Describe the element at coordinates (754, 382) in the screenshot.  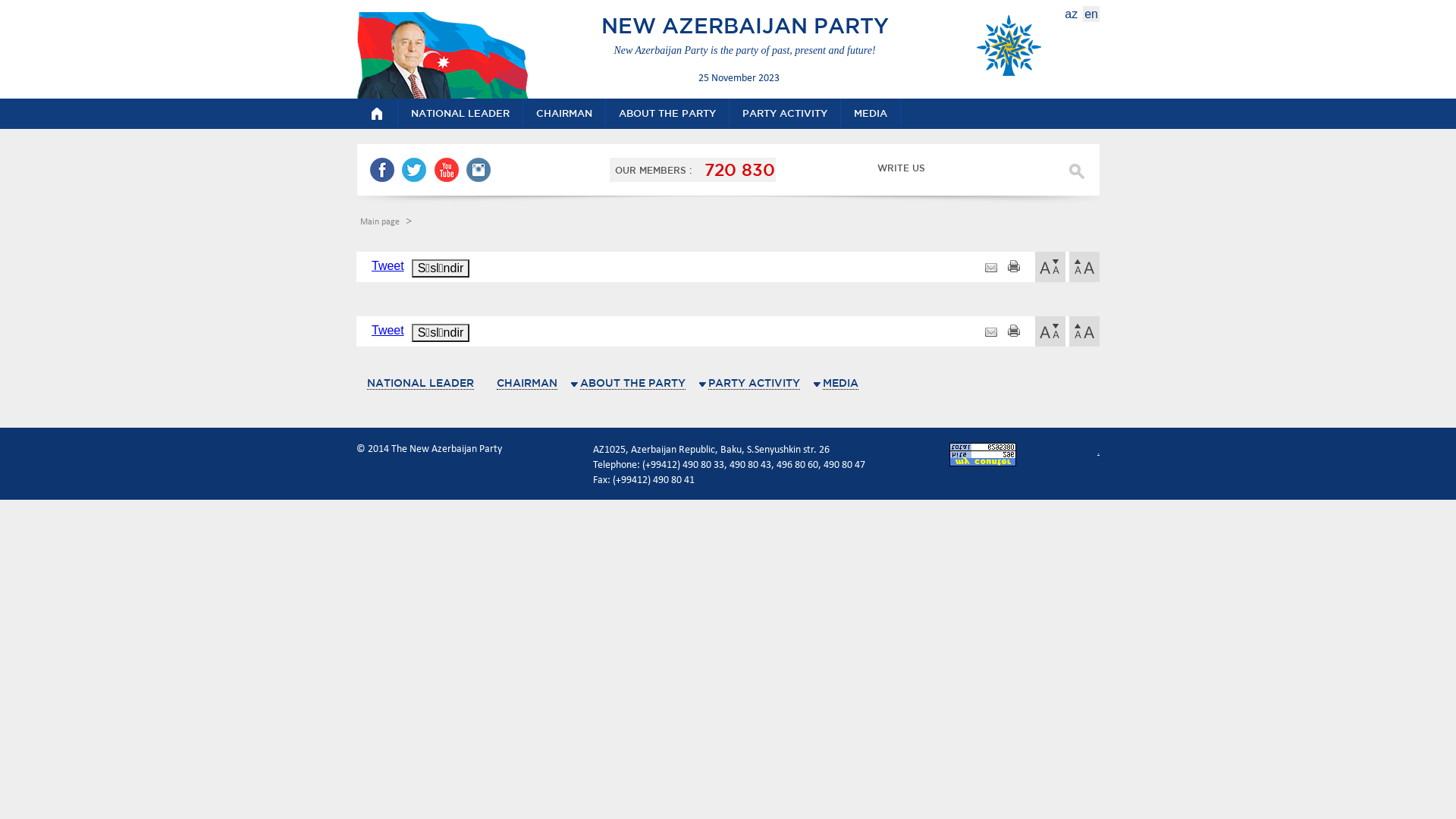
I see `'PARTY ACTIVITY'` at that location.